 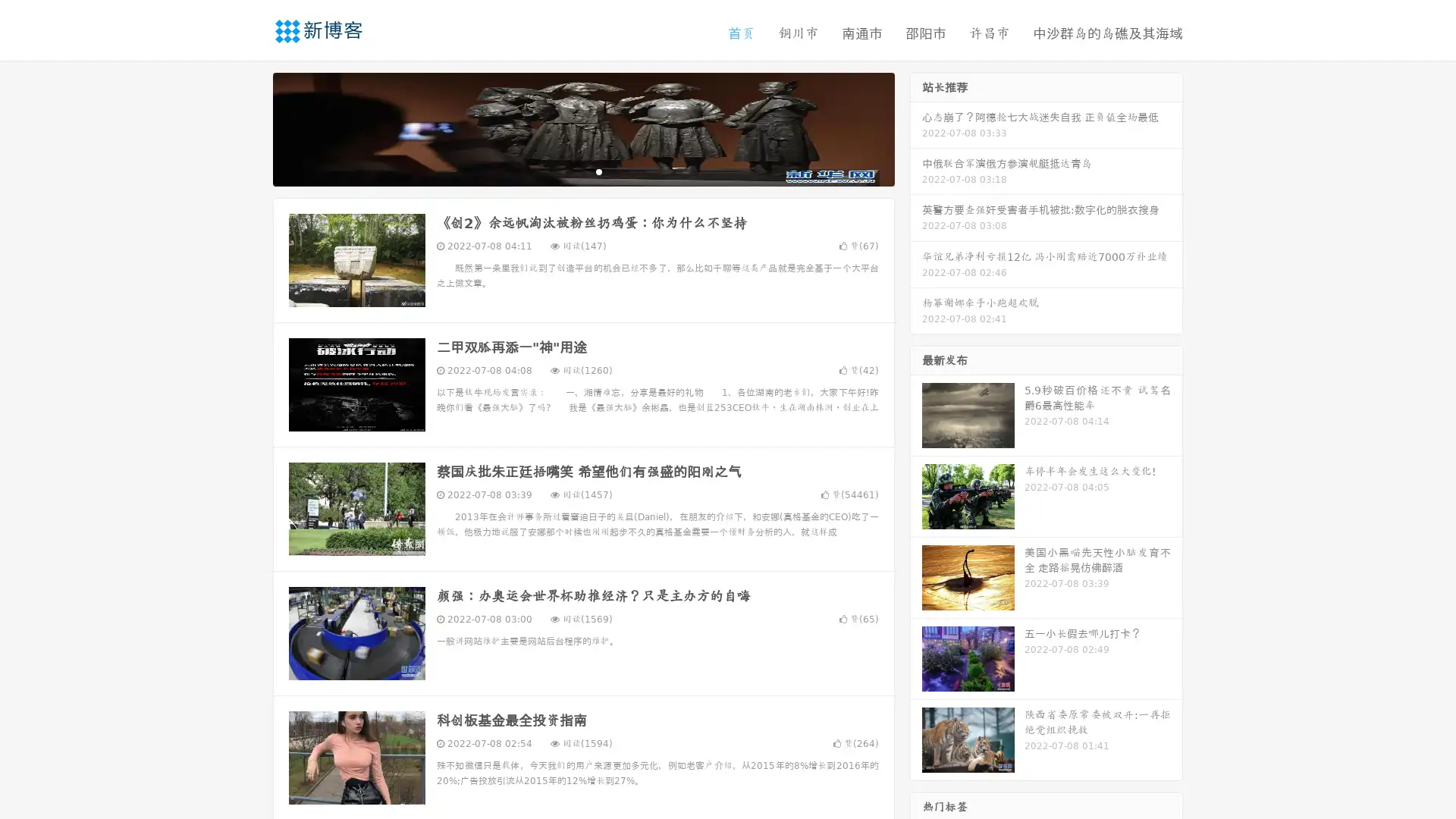 I want to click on Previous slide, so click(x=250, y=127).